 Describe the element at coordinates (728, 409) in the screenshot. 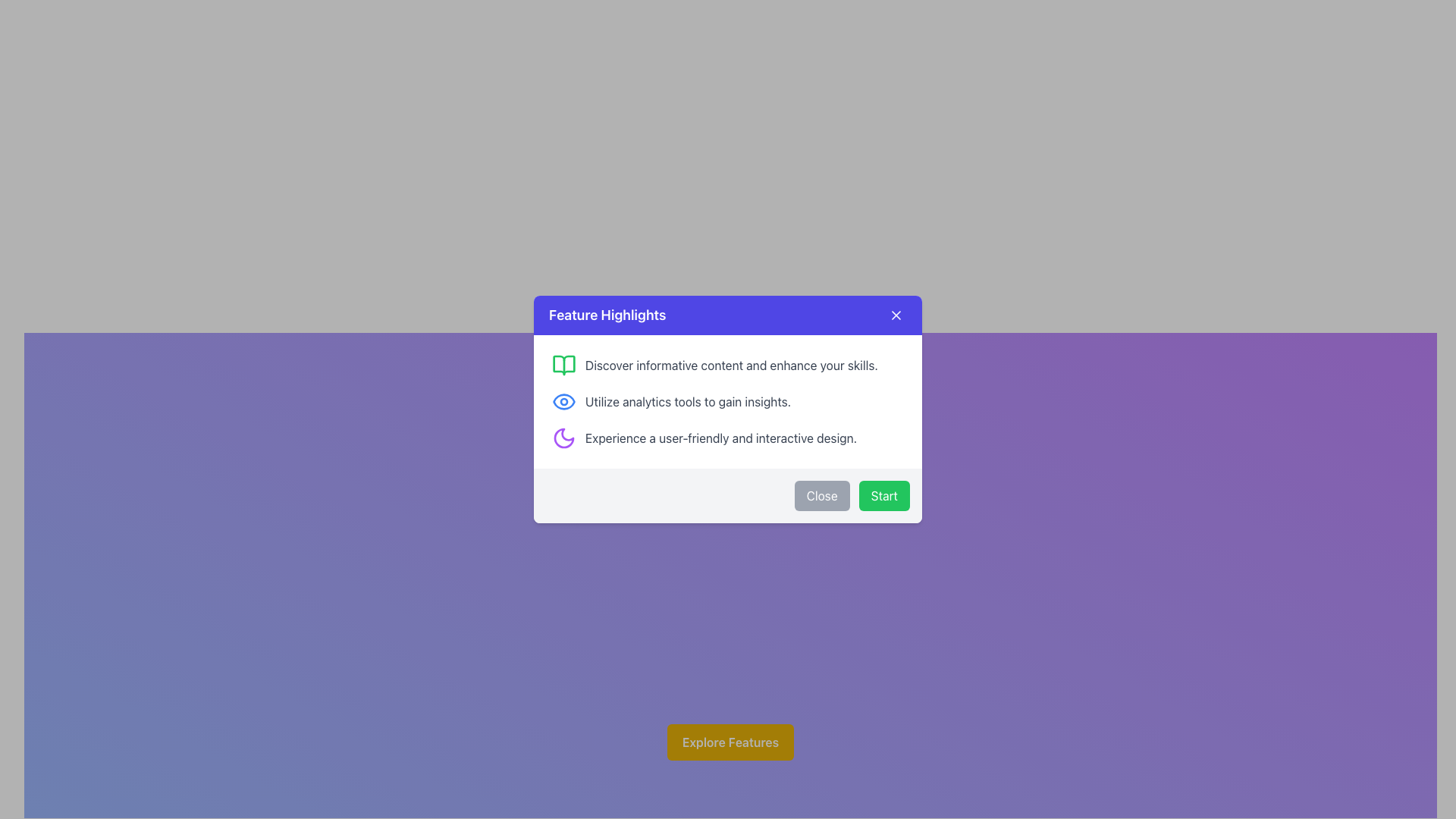

I see `information displayed in the informational modal dialog, which includes highlights or features for the user` at that location.